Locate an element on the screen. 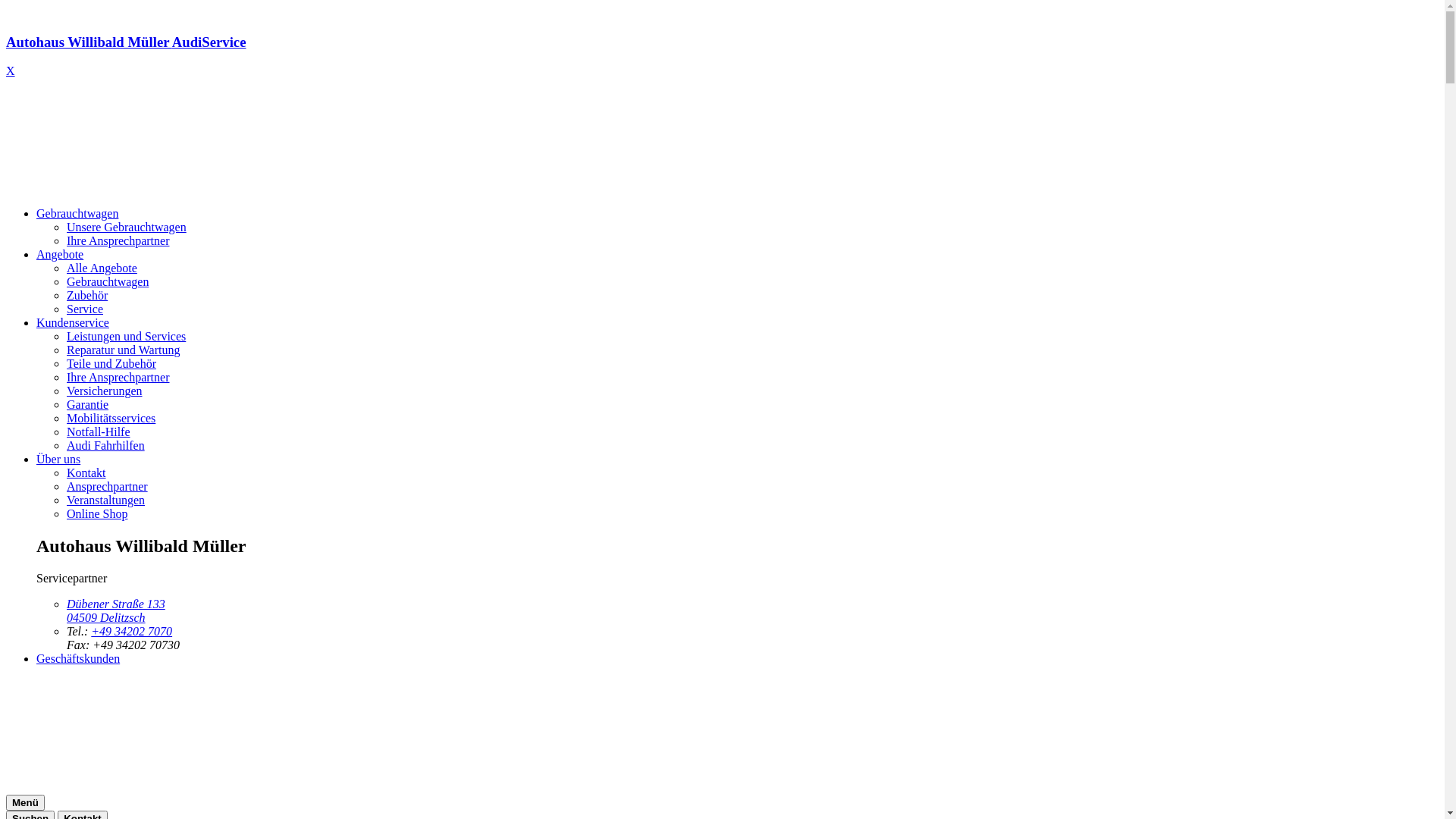 The width and height of the screenshot is (1456, 819). 'Kundenservice' is located at coordinates (72, 322).